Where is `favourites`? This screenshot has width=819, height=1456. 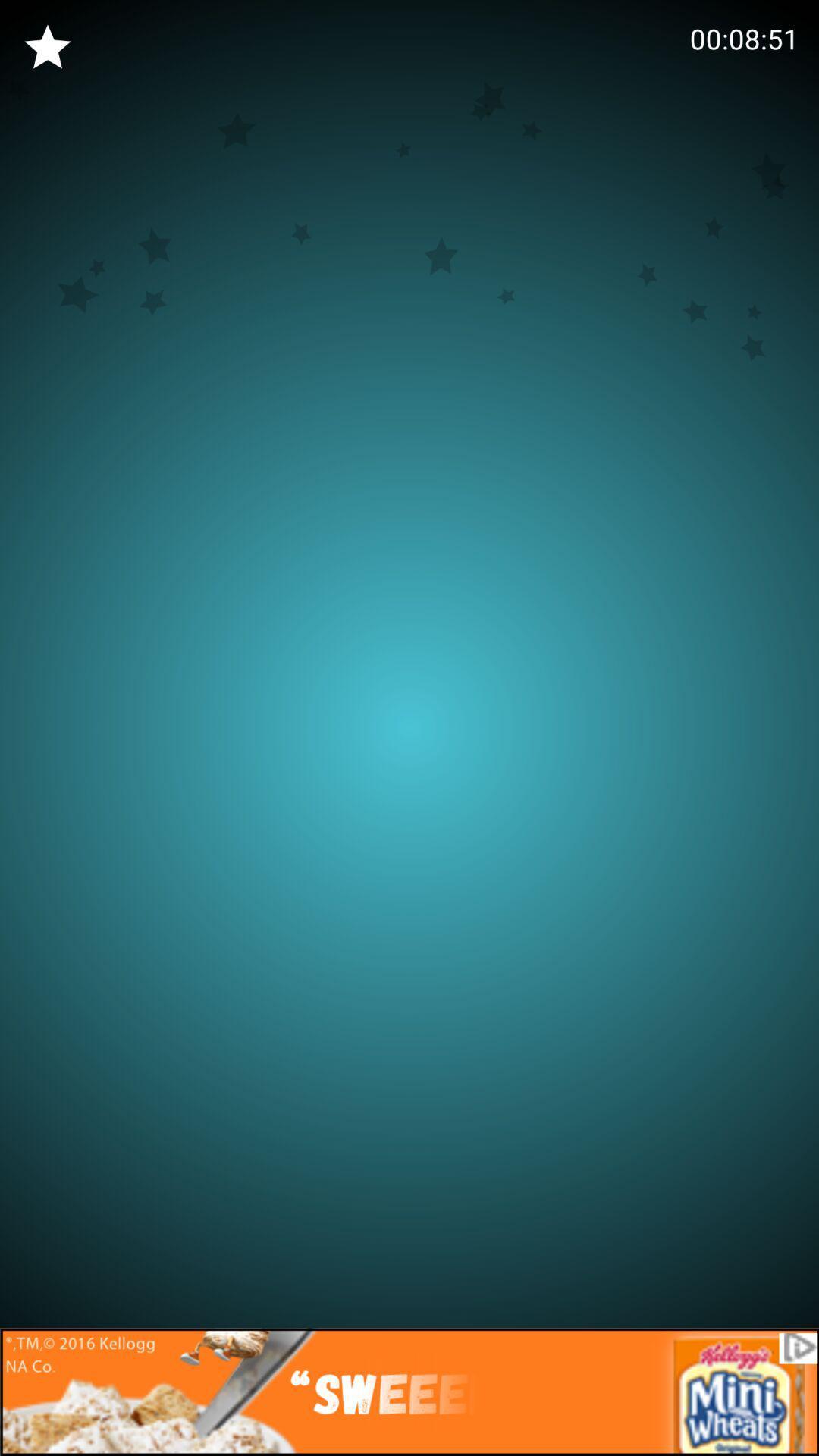 favourites is located at coordinates (46, 47).